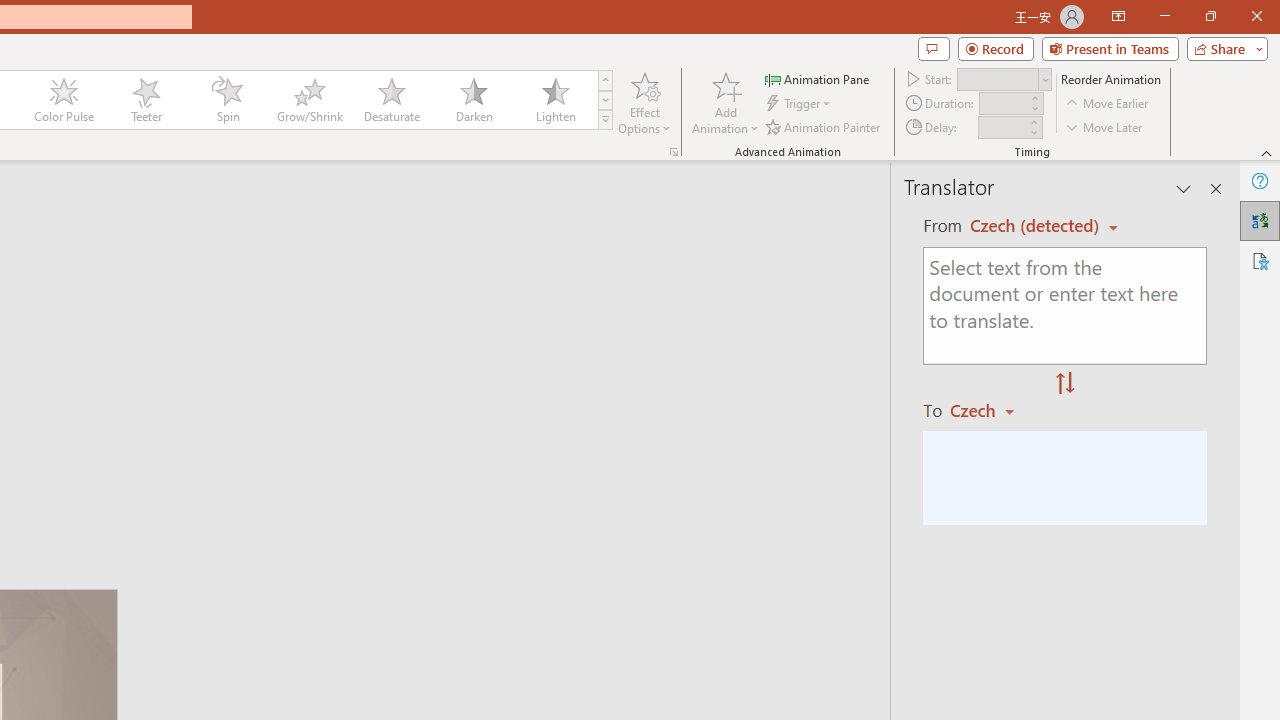  What do you see at coordinates (1033, 132) in the screenshot?
I see `'Less'` at bounding box center [1033, 132].